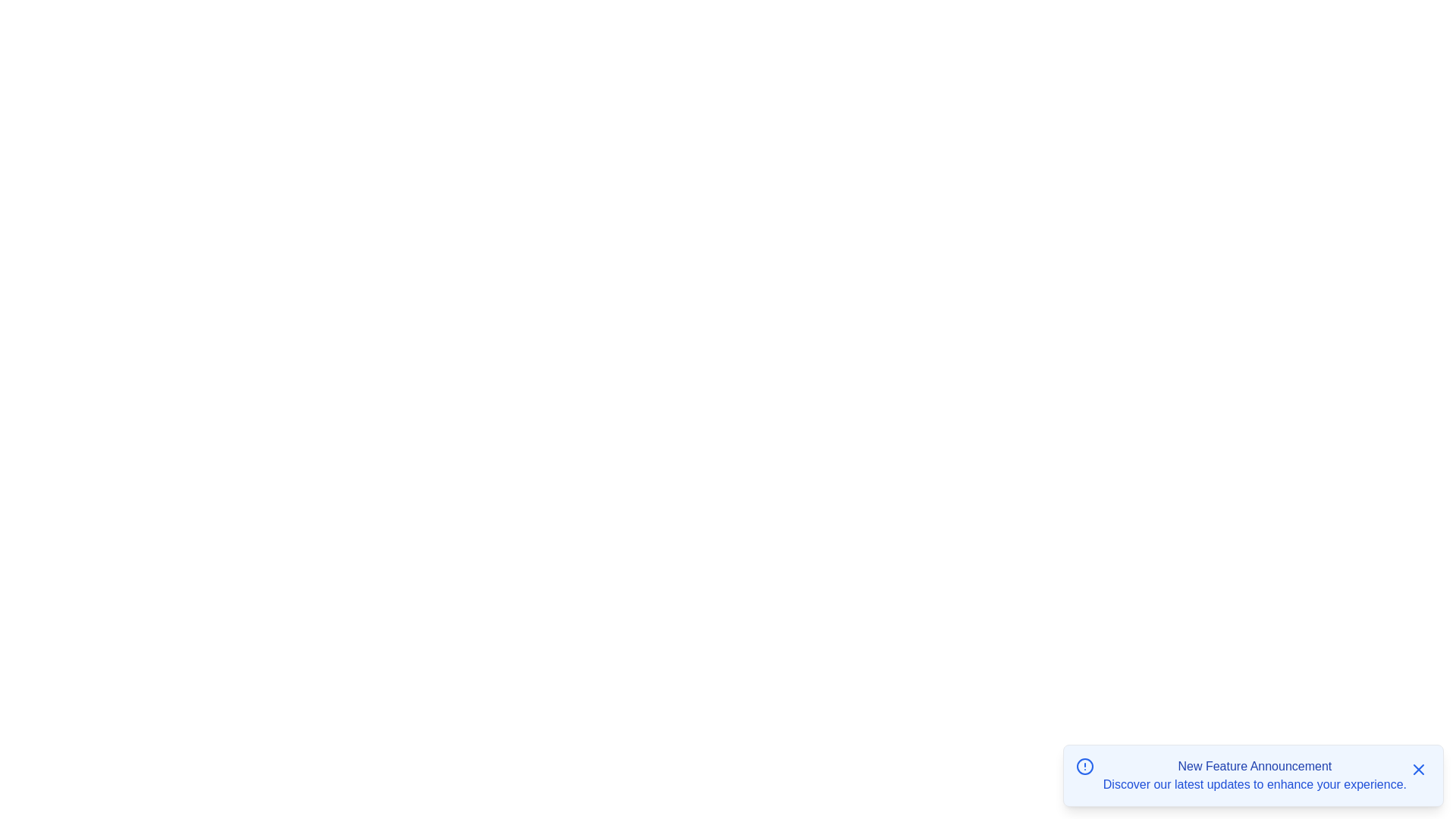 The image size is (1456, 819). What do you see at coordinates (1084, 766) in the screenshot?
I see `the icon displayed alongside the notification to inspect it` at bounding box center [1084, 766].